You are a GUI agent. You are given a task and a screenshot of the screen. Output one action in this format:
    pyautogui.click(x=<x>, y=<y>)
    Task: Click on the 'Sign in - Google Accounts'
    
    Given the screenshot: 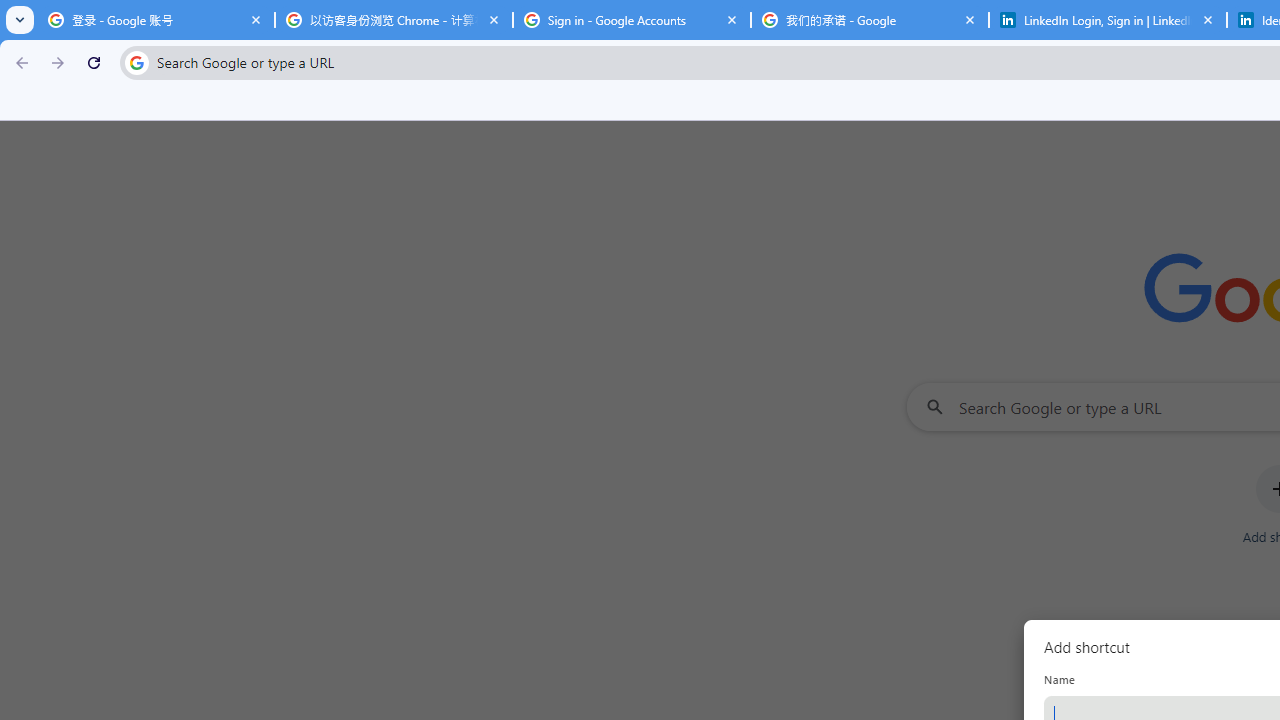 What is the action you would take?
    pyautogui.click(x=631, y=20)
    